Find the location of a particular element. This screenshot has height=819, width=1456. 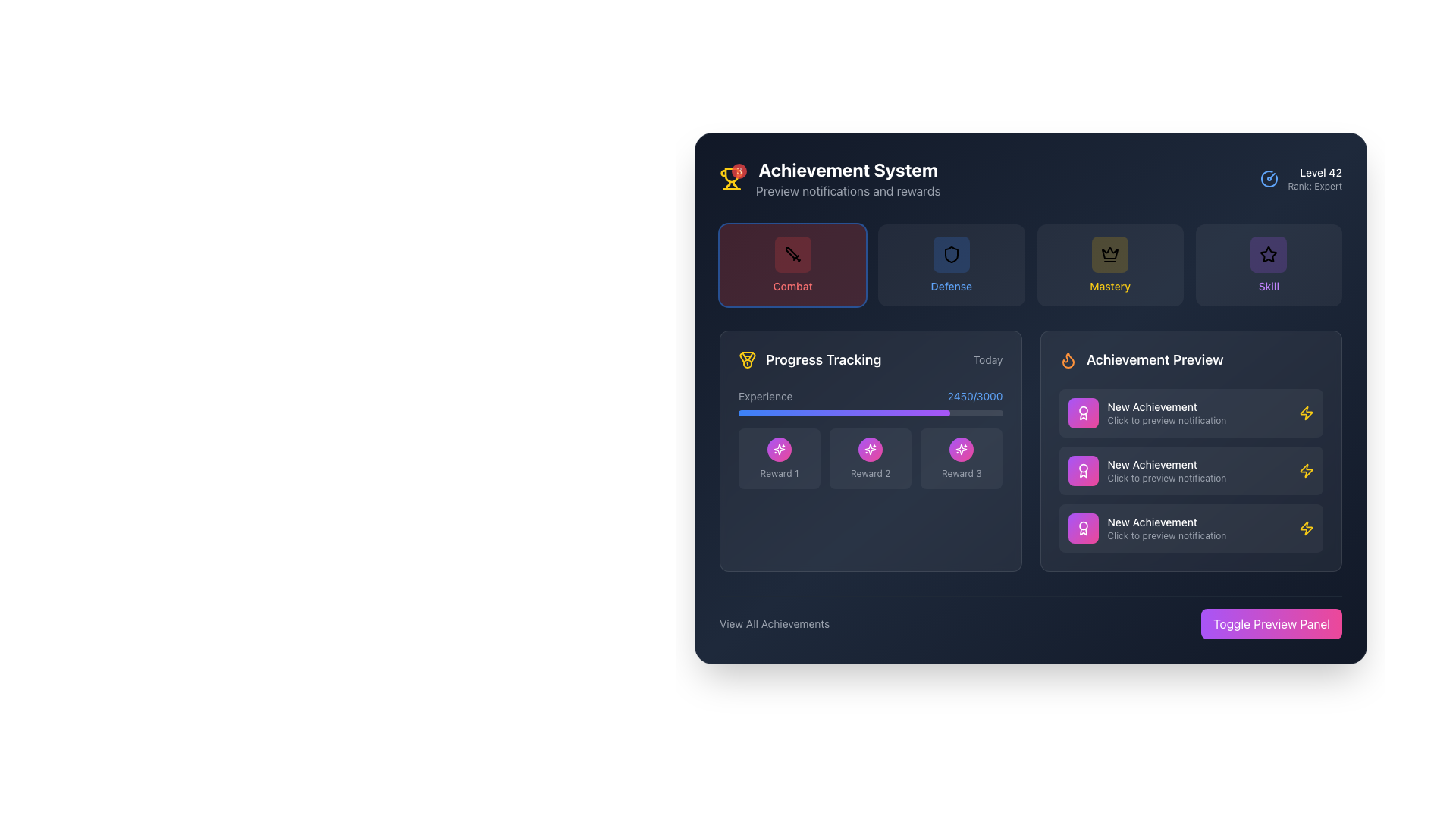

the SVG Circle Element that is part of the Achievement System interface, enhancing the visual appeal of the award icon is located at coordinates (1082, 467).